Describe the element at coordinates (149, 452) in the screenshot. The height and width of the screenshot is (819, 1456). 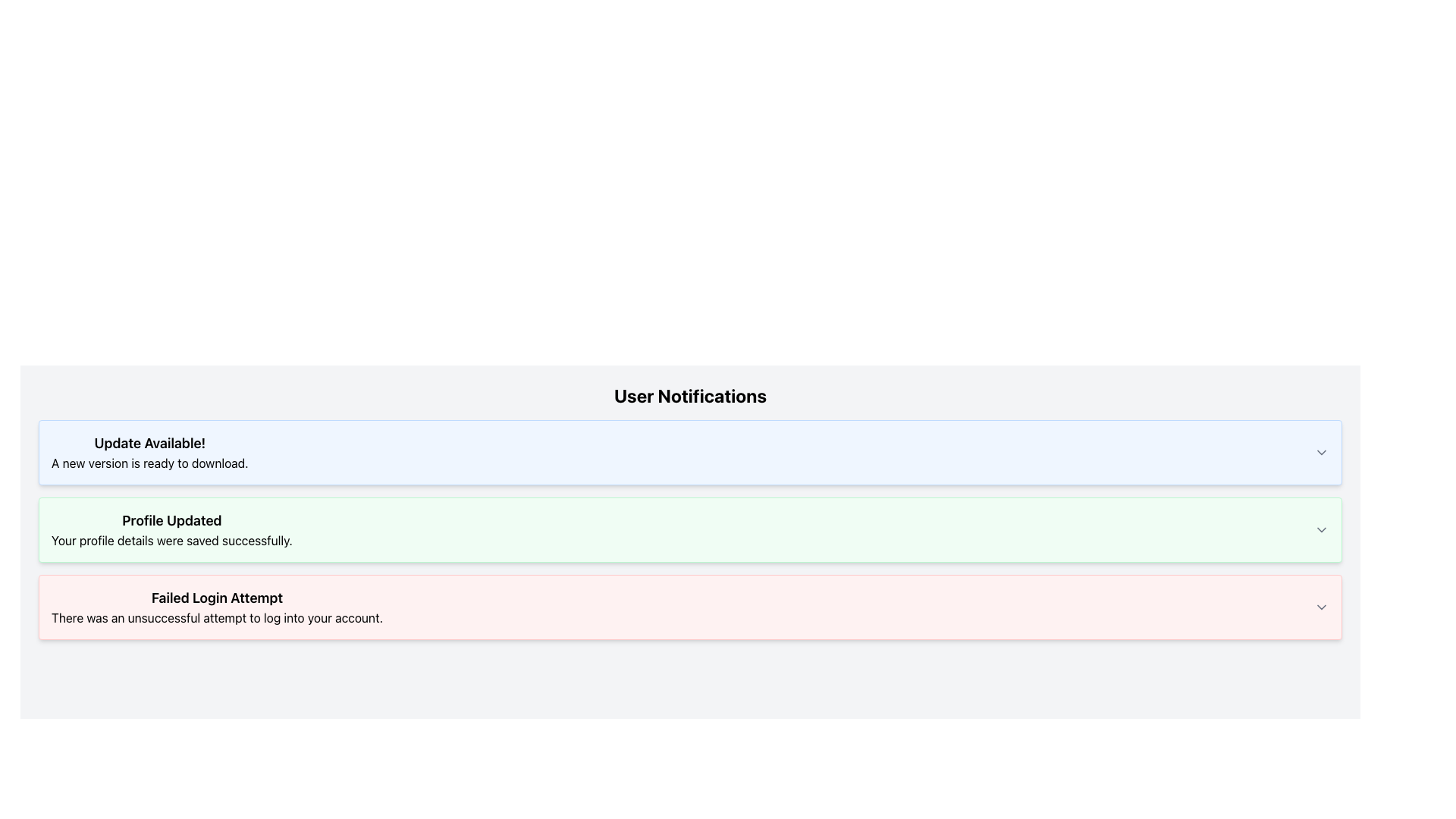
I see `the text display notification that states 'Update Available!' with a light blue background, which is the first item in the vertical column of notifications` at that location.